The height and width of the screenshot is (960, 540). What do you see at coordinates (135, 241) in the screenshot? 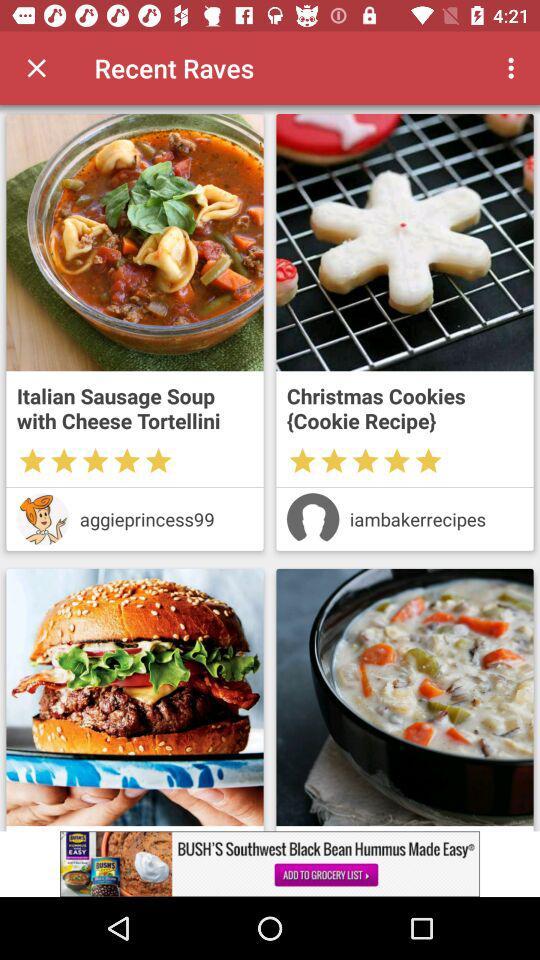
I see `open recipe` at bounding box center [135, 241].